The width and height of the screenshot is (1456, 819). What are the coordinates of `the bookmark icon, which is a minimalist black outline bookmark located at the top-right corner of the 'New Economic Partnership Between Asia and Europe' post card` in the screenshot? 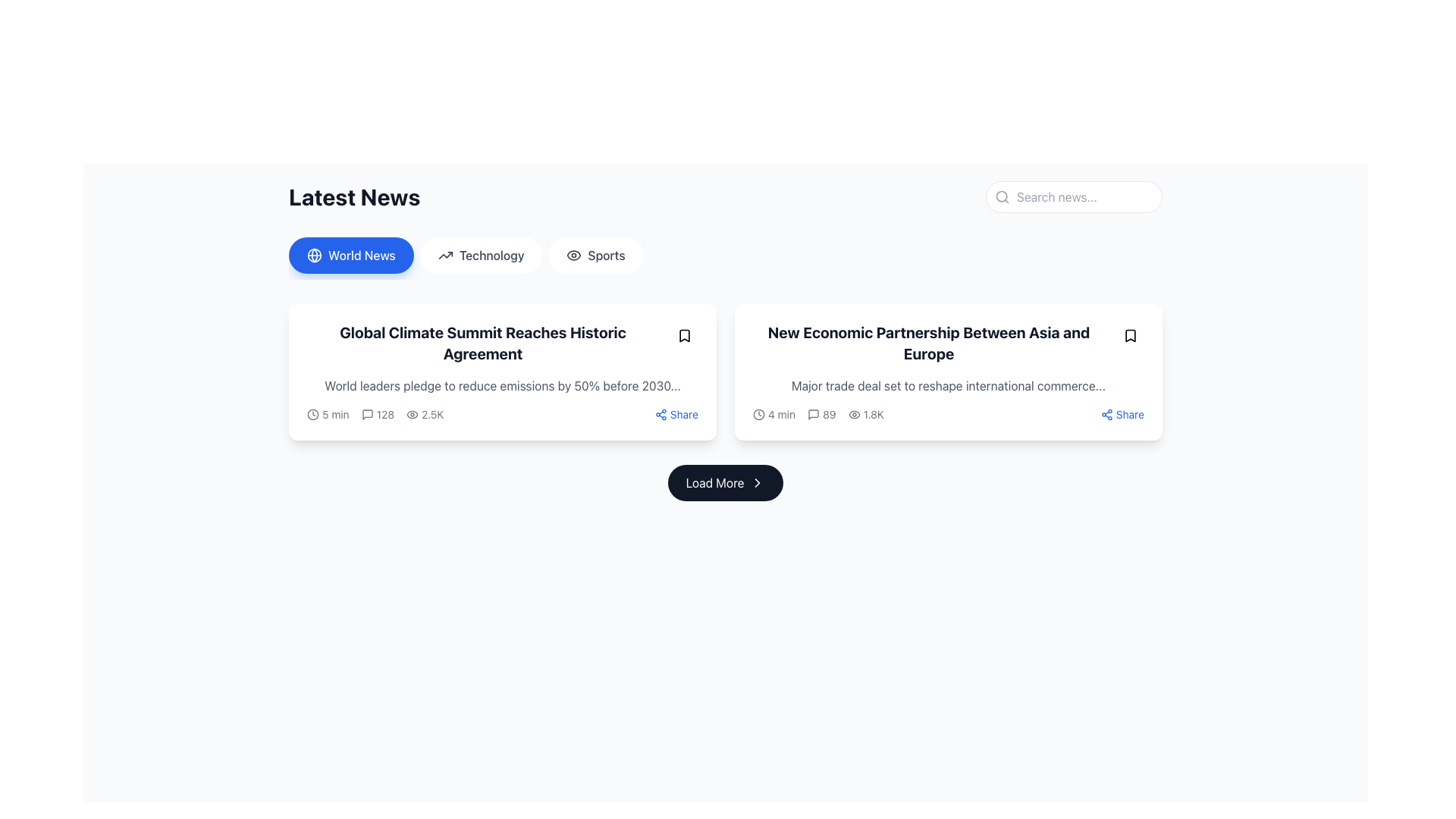 It's located at (1131, 335).